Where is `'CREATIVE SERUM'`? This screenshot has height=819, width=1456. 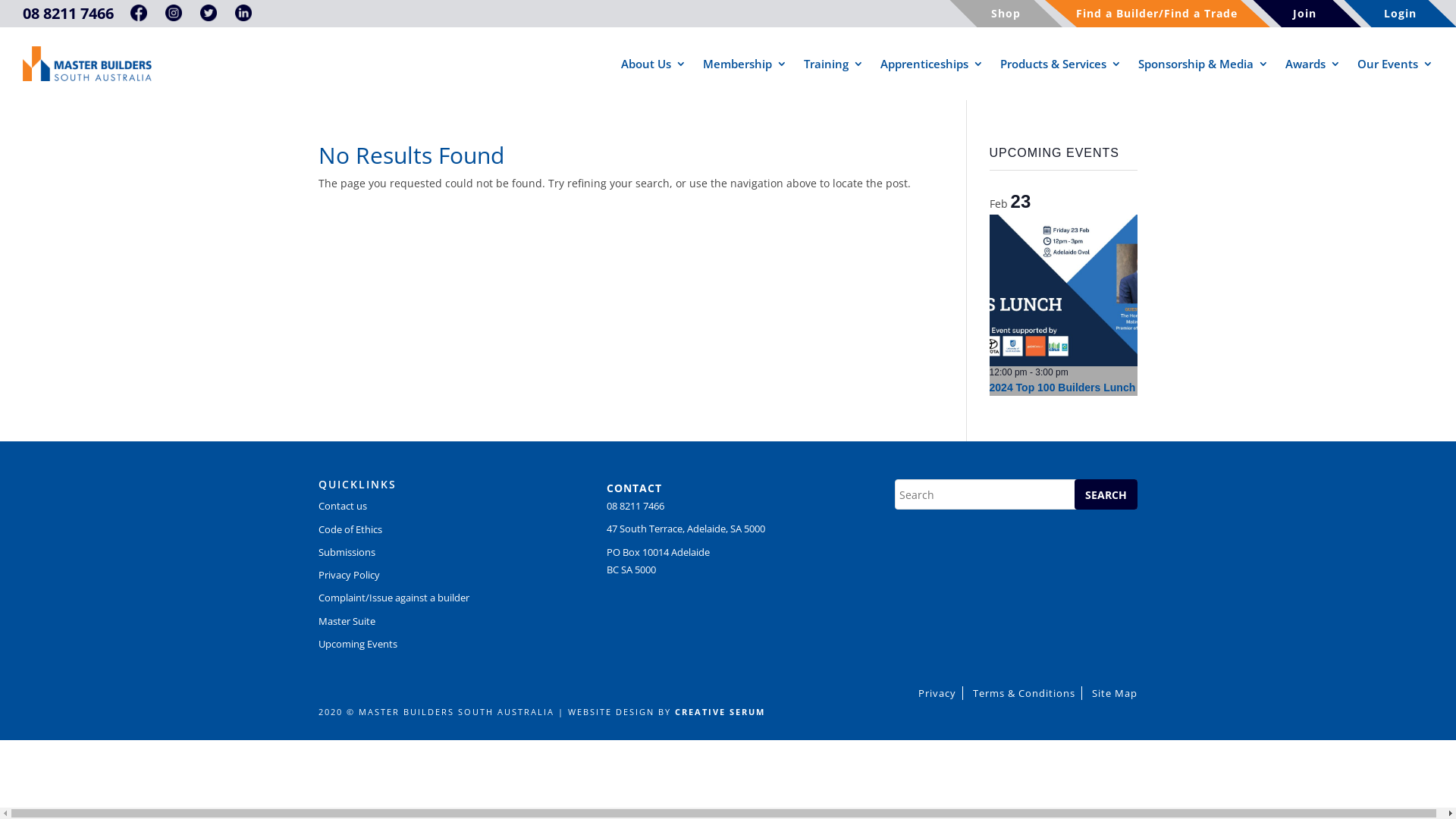
'CREATIVE SERUM' is located at coordinates (719, 711).